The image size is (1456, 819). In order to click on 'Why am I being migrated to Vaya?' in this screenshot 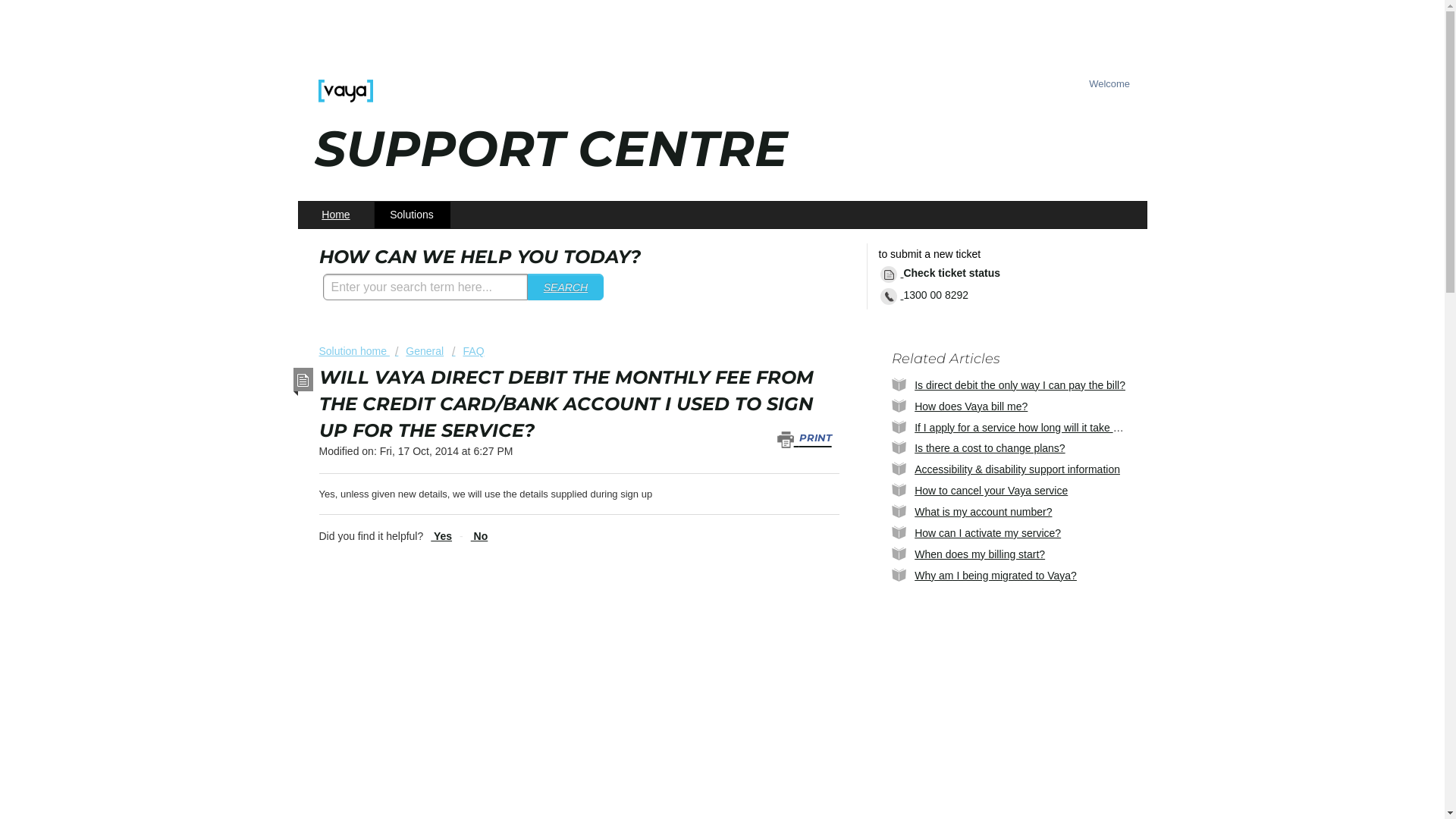, I will do `click(996, 576)`.